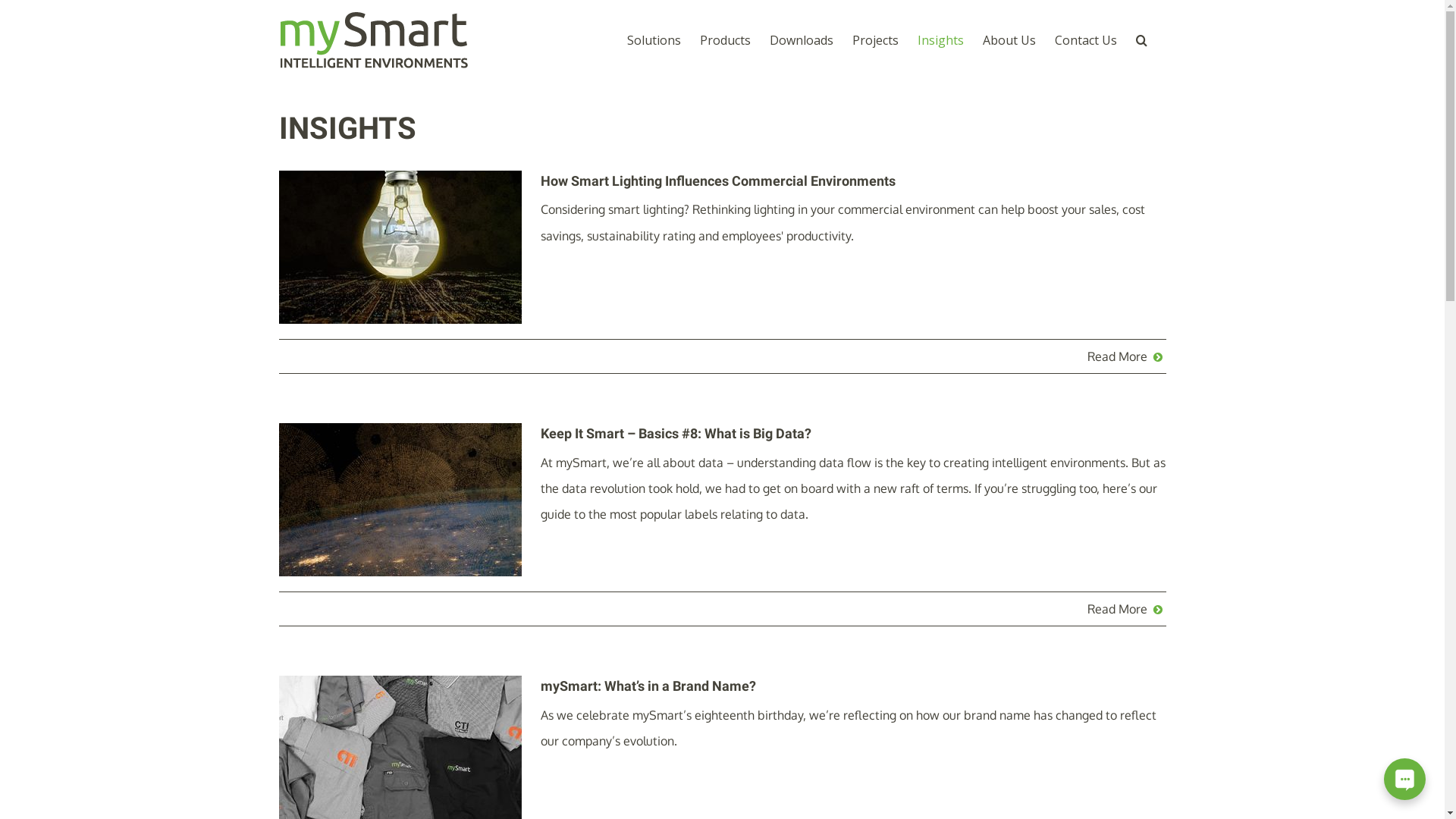  Describe the element at coordinates (653, 39) in the screenshot. I see `'Solutions'` at that location.